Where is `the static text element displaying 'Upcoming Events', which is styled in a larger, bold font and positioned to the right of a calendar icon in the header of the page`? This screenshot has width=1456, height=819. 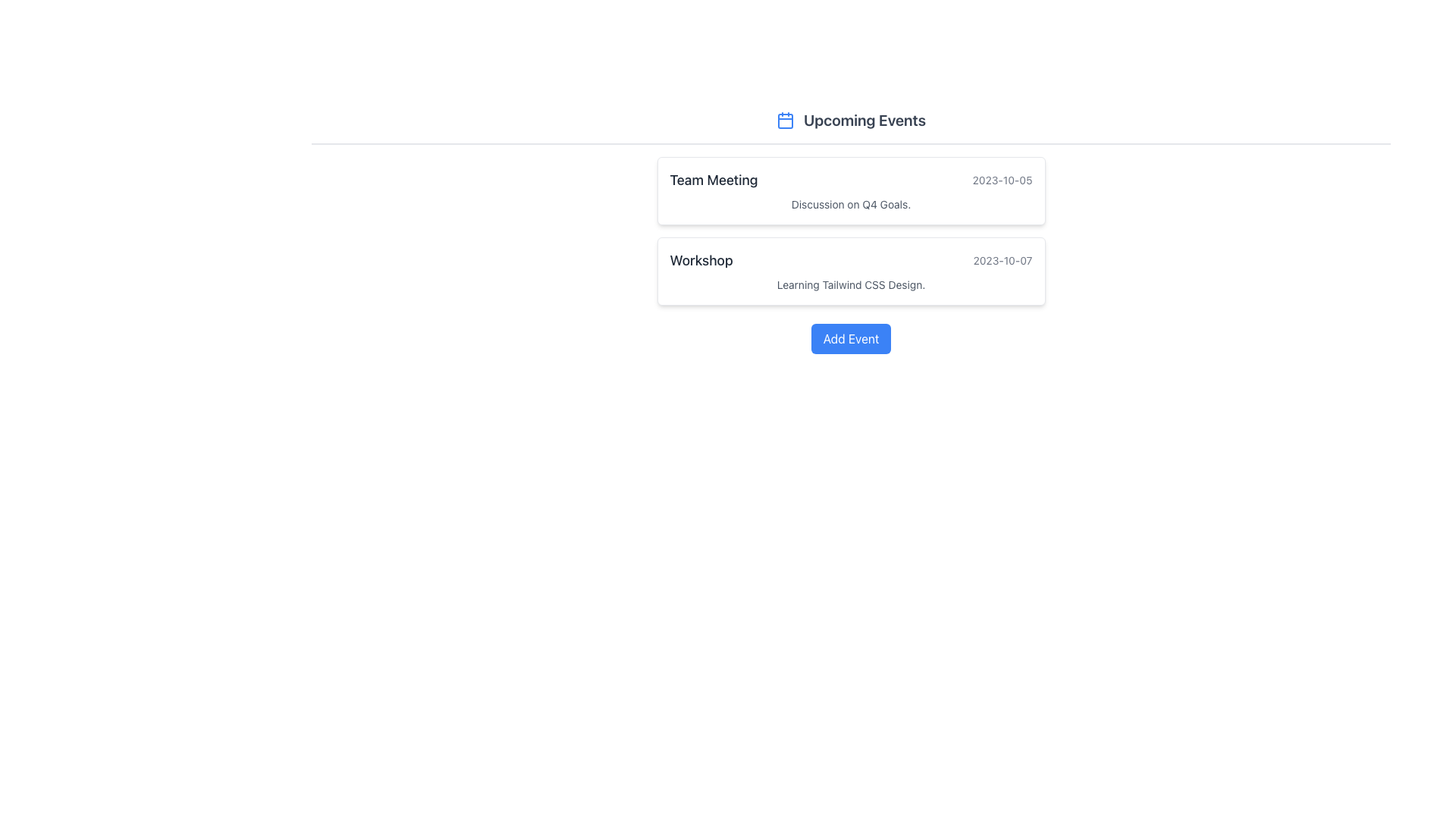 the static text element displaying 'Upcoming Events', which is styled in a larger, bold font and positioned to the right of a calendar icon in the header of the page is located at coordinates (864, 119).